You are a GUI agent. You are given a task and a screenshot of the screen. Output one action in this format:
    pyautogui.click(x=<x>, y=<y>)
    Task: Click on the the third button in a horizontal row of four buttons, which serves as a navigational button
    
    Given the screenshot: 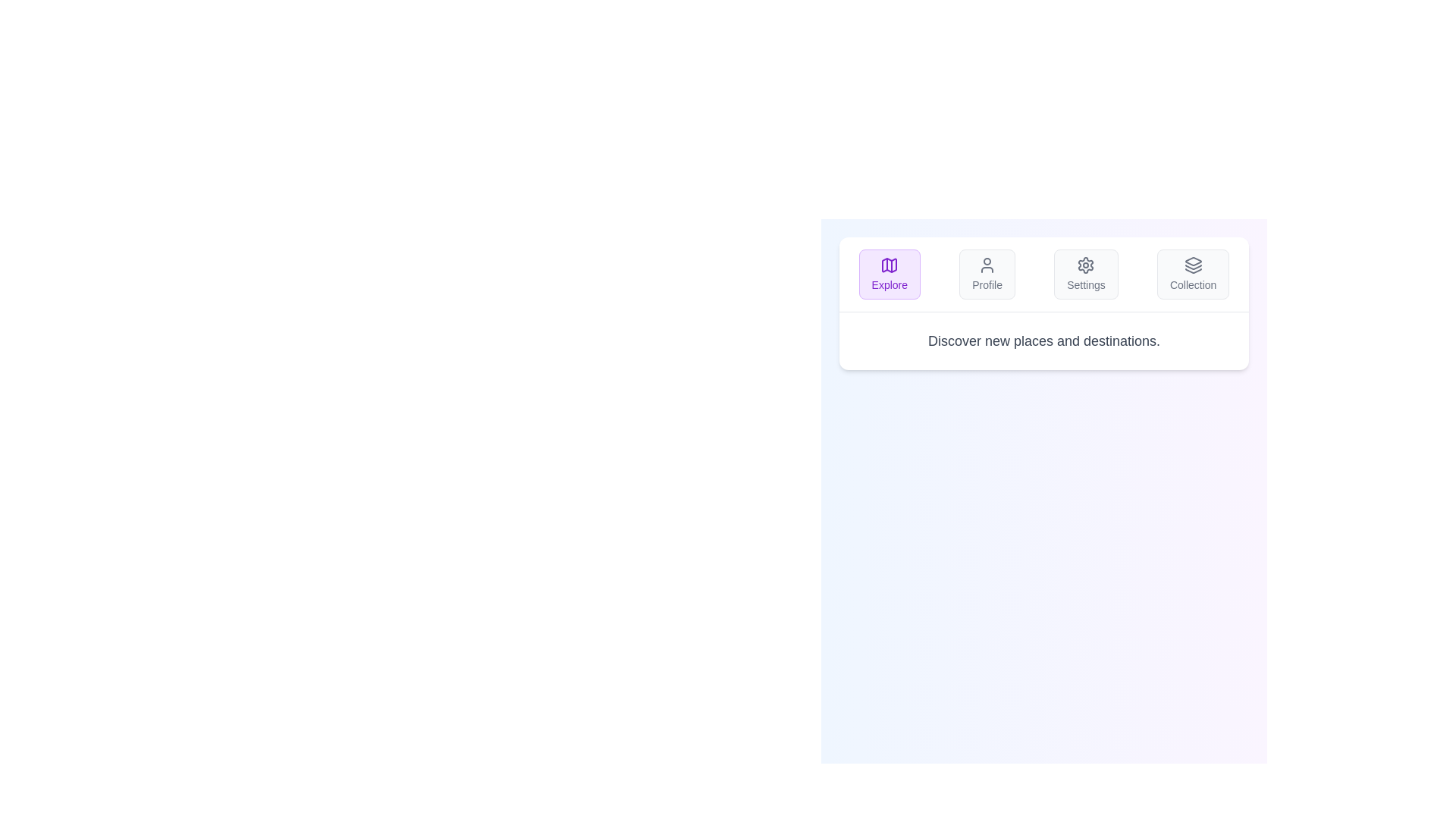 What is the action you would take?
    pyautogui.click(x=1084, y=284)
    